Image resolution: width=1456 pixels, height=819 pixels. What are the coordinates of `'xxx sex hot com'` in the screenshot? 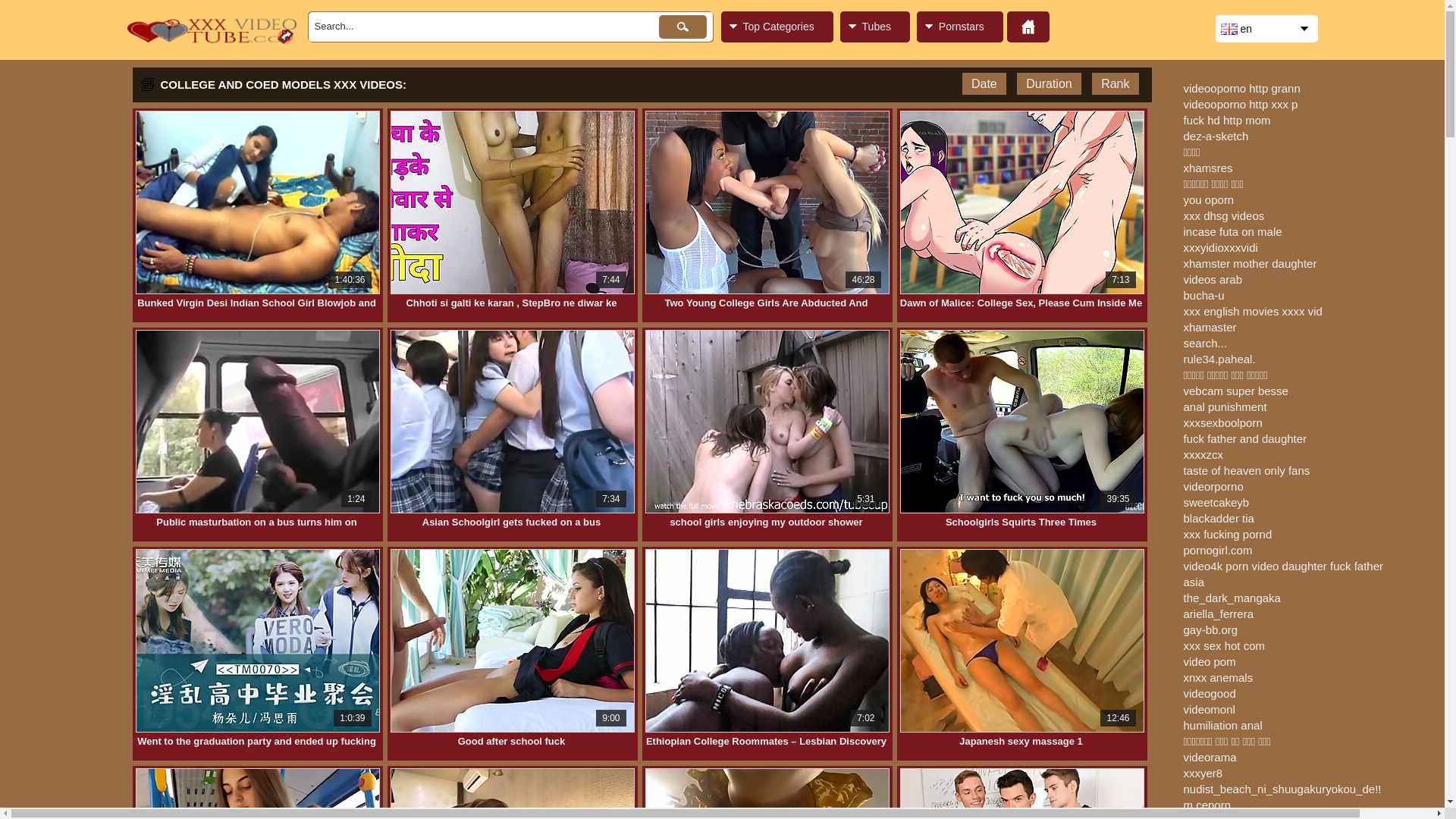 It's located at (1223, 645).